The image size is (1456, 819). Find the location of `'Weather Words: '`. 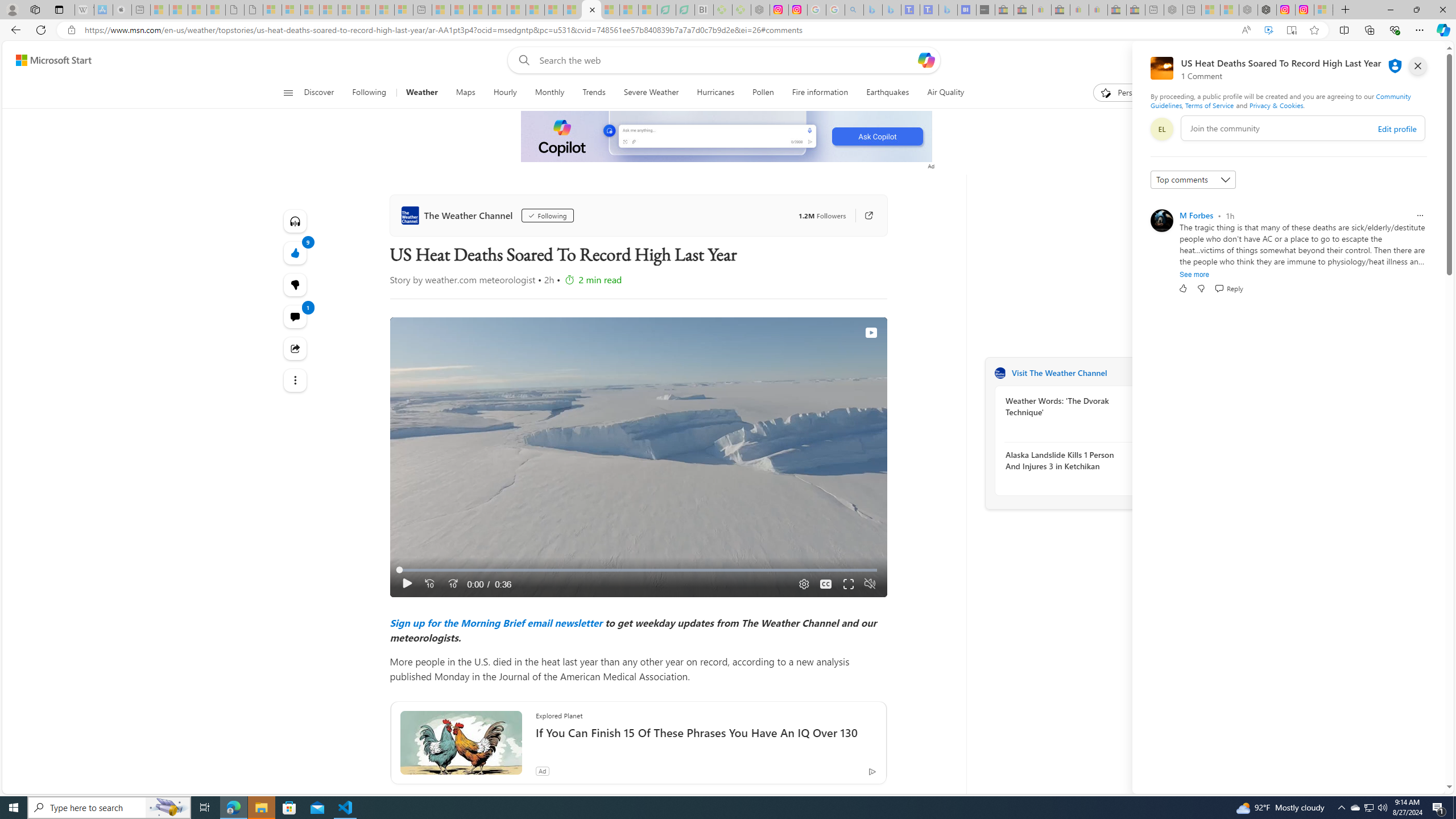

'Weather Words: ' is located at coordinates (1066, 406).